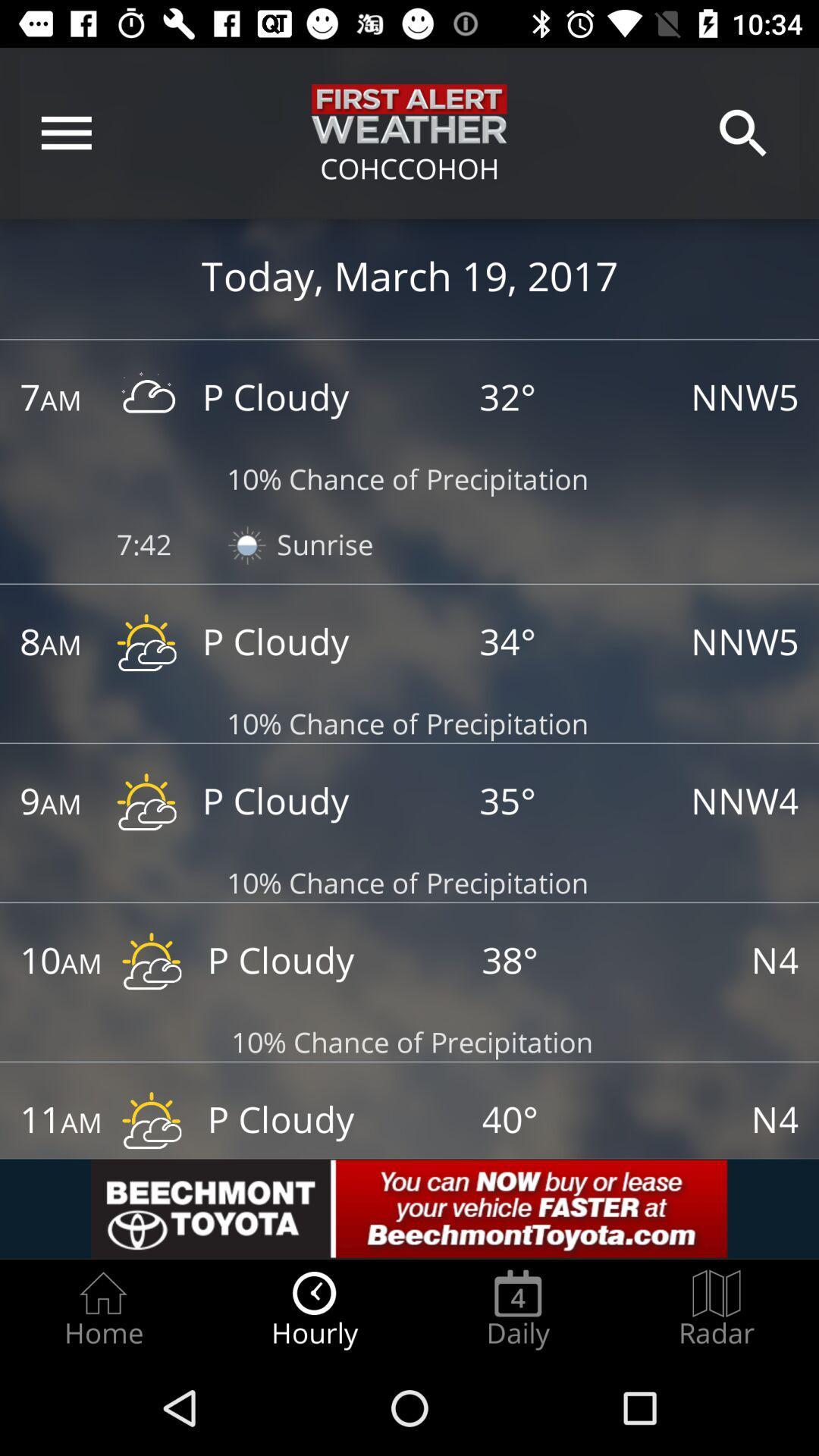 The width and height of the screenshot is (819, 1456). Describe the element at coordinates (44, 1122) in the screenshot. I see `expand time` at that location.